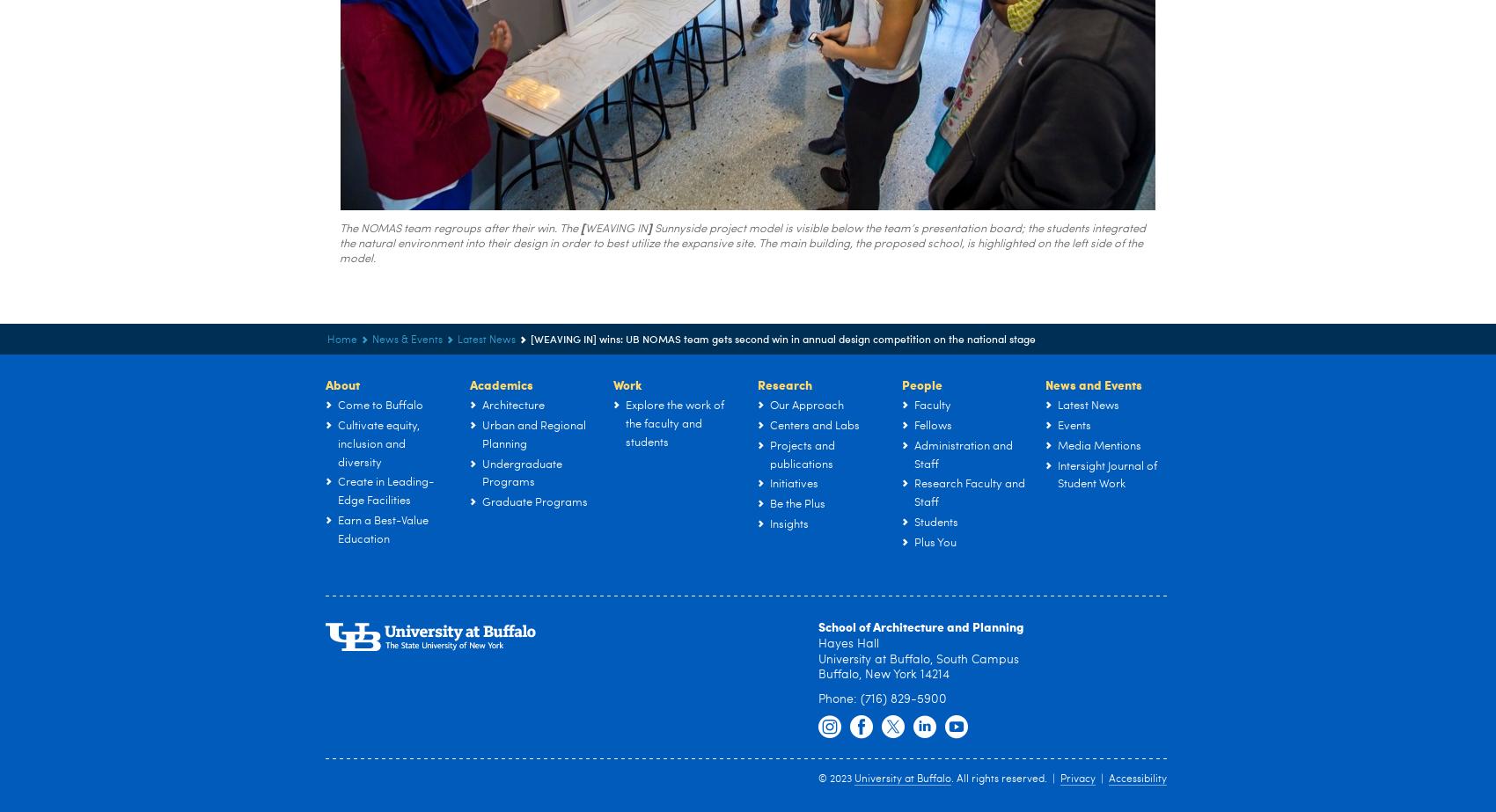 Image resolution: width=1496 pixels, height=812 pixels. What do you see at coordinates (533, 433) in the screenshot?
I see `'Urban and Regional Planning'` at bounding box center [533, 433].